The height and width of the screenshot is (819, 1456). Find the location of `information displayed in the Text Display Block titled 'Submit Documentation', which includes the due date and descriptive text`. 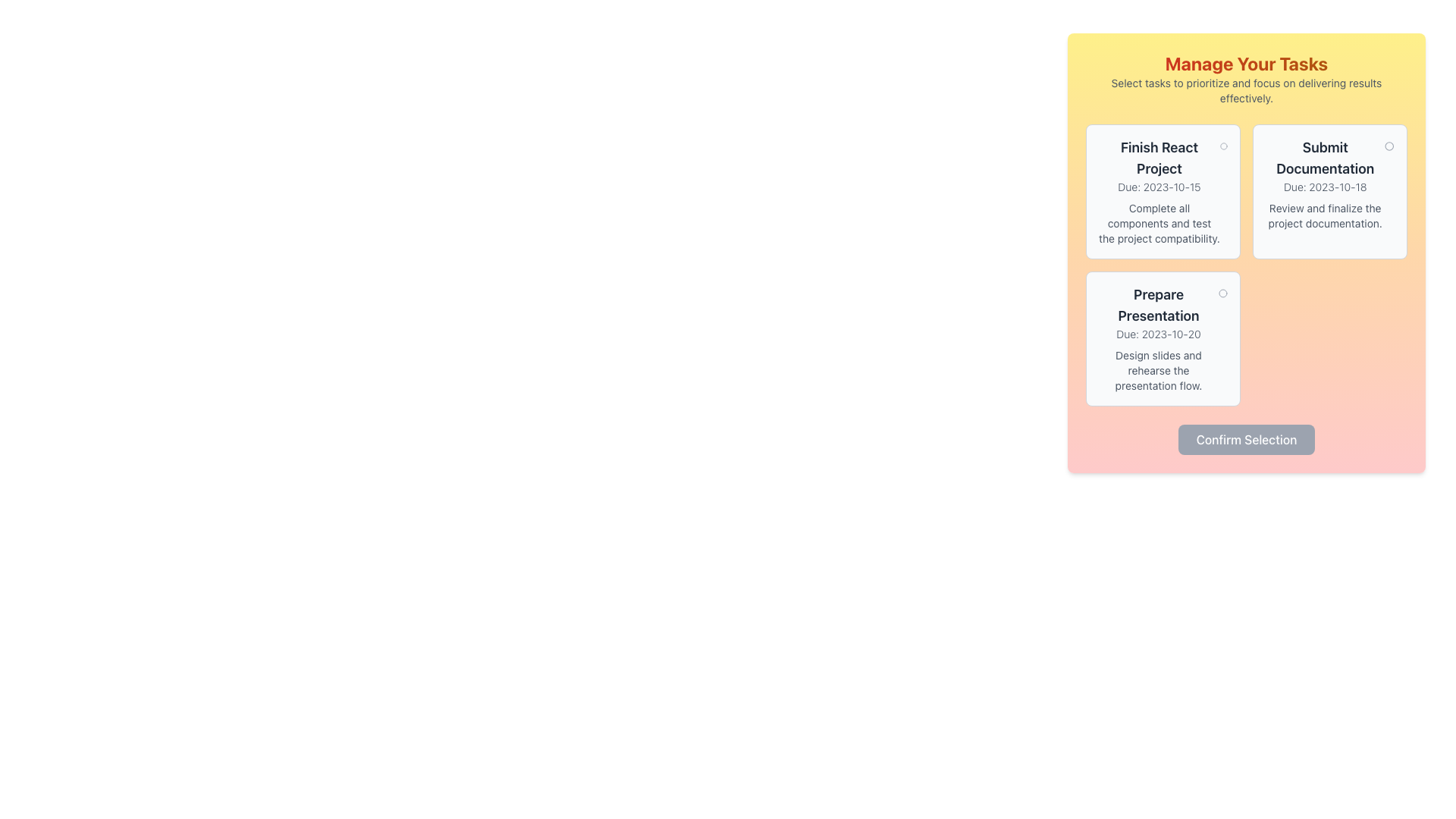

information displayed in the Text Display Block titled 'Submit Documentation', which includes the due date and descriptive text is located at coordinates (1324, 184).